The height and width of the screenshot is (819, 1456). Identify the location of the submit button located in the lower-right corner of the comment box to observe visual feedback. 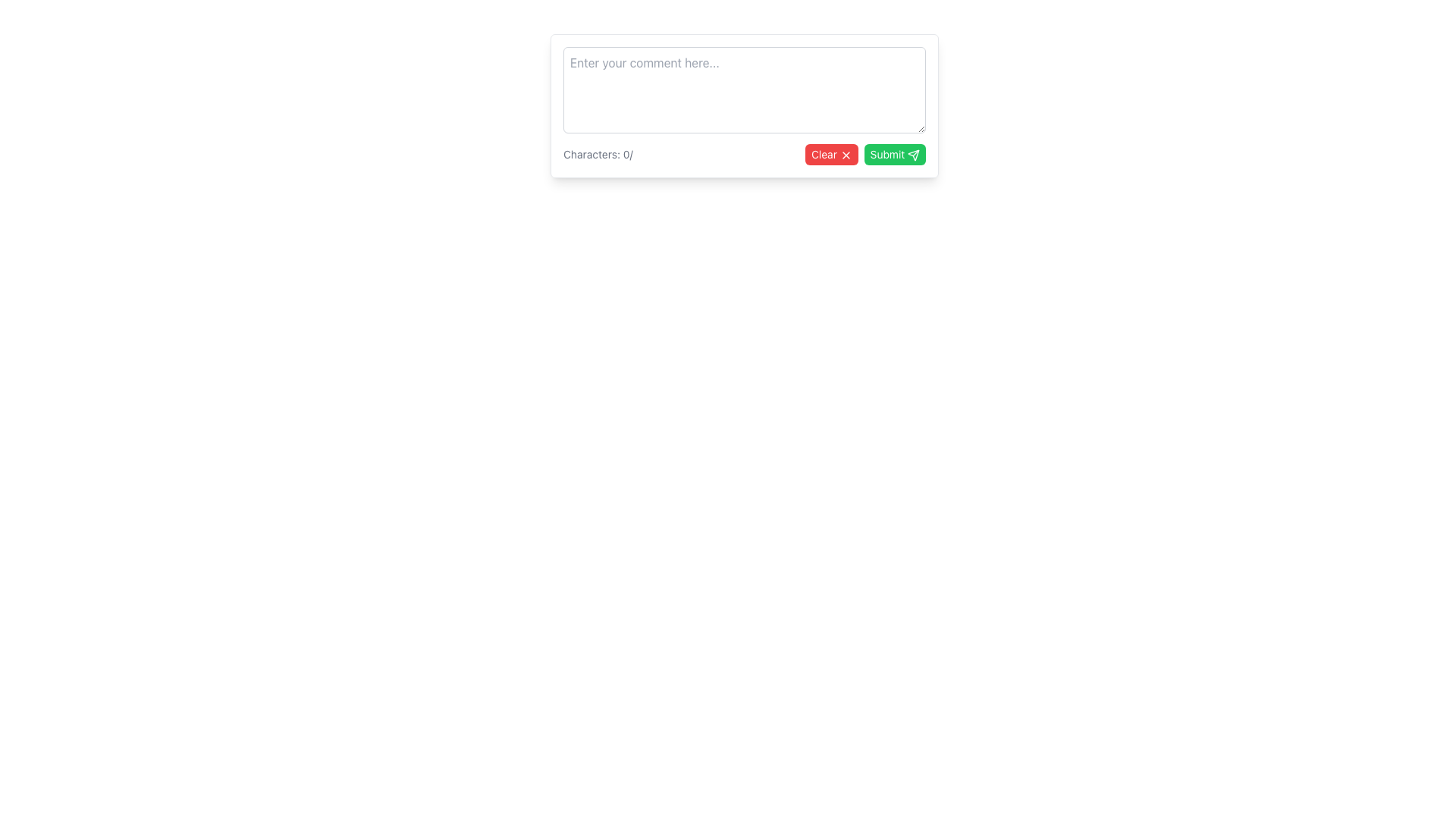
(868, 176).